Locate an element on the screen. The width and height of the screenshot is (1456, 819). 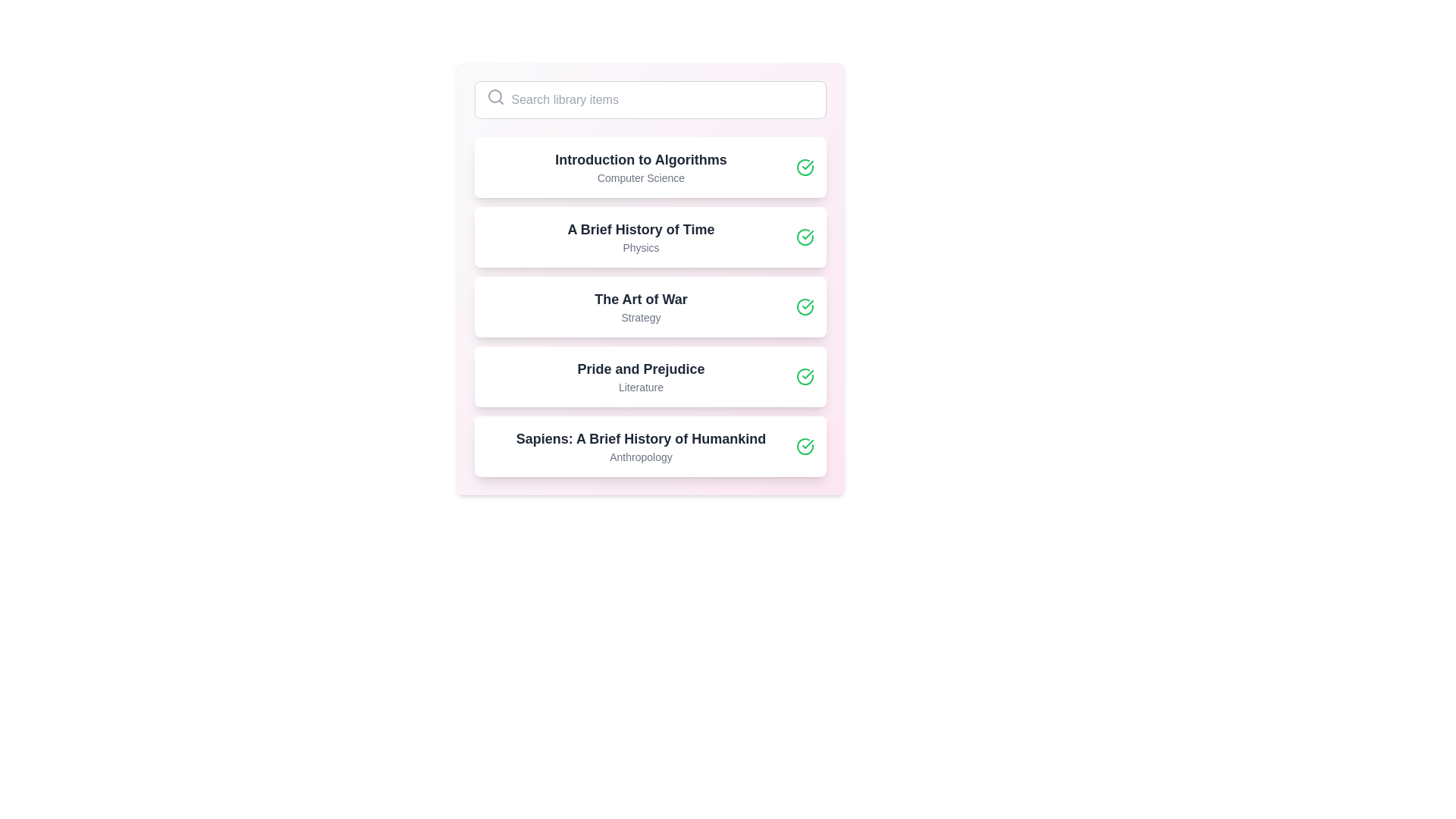
the green circular icon with a checkmark, located to the right of the title 'A Brief History of Time' is located at coordinates (804, 237).